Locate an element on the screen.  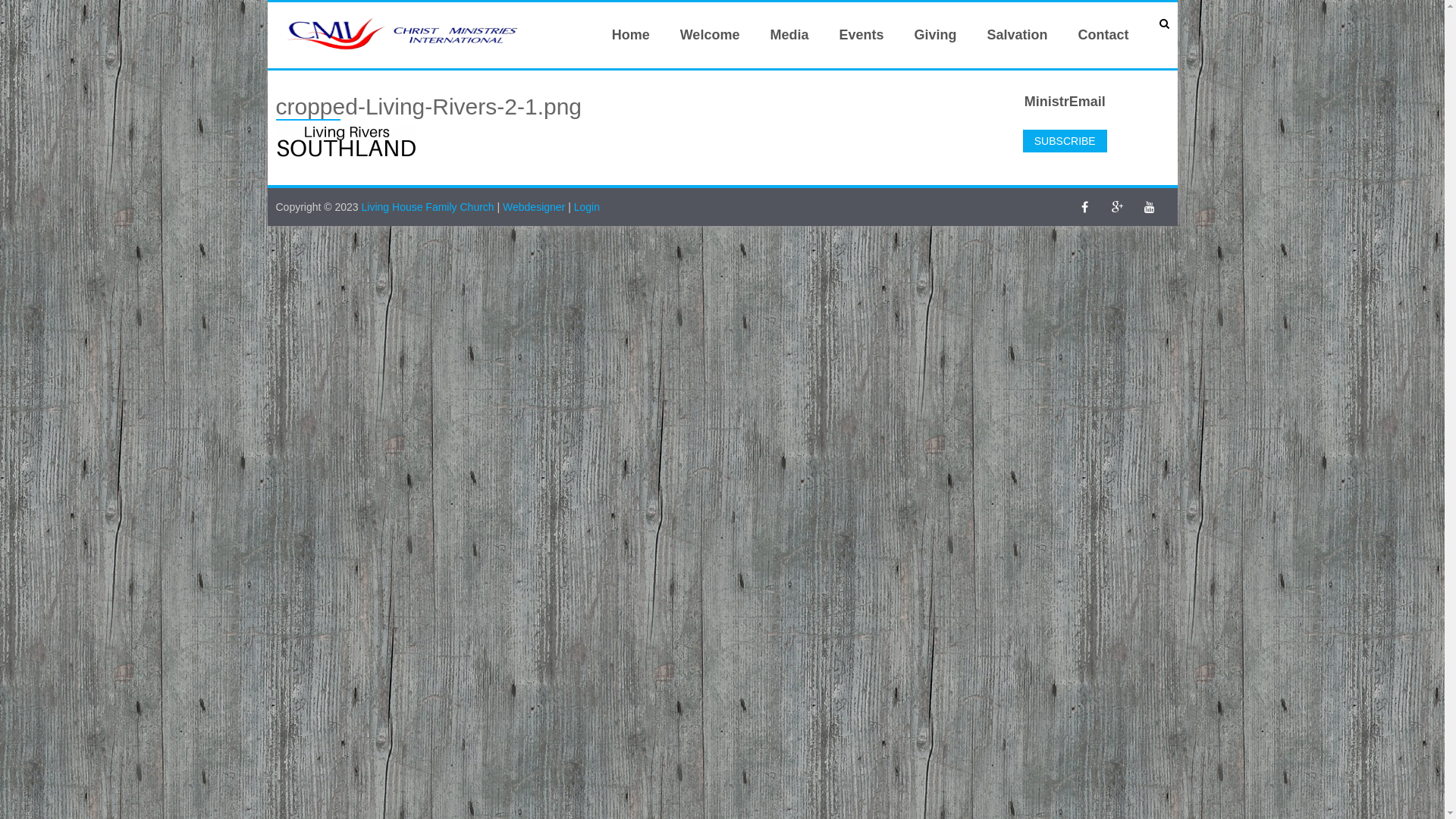
'Welcome' is located at coordinates (709, 34).